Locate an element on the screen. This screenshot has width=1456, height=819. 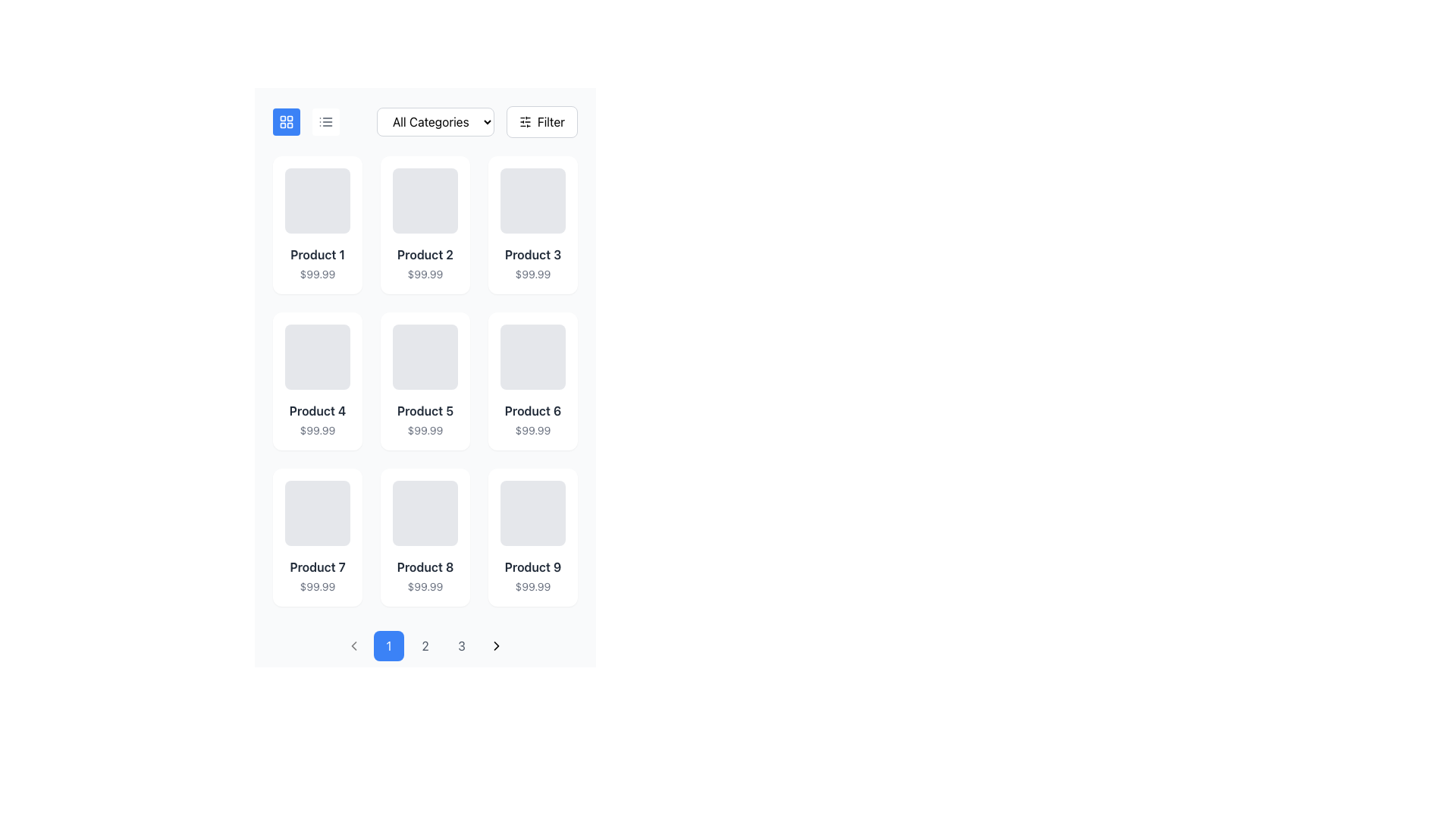
the product Card element, which displays product details and is located in the second row, third column of the grid layout is located at coordinates (532, 380).